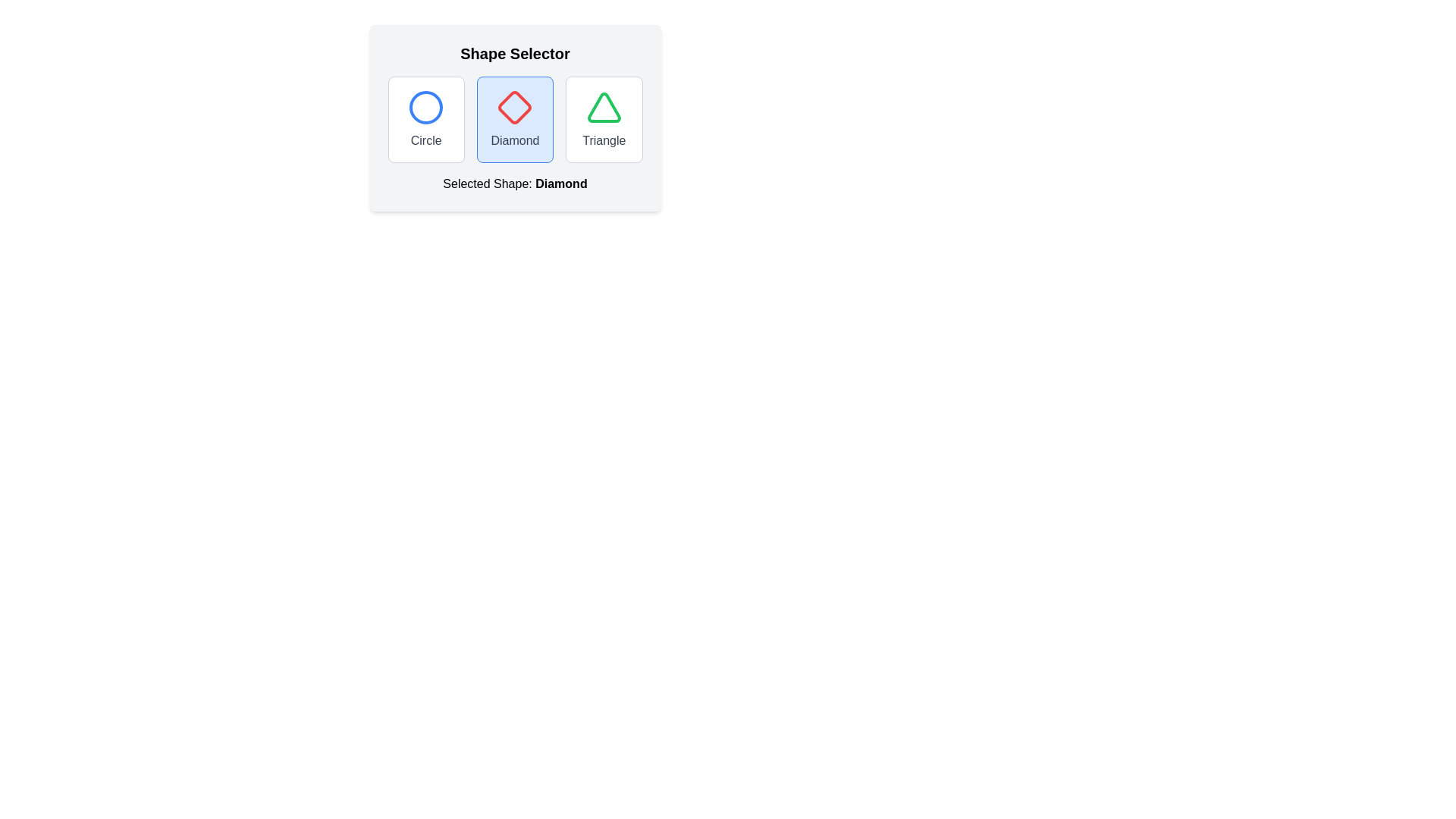 The width and height of the screenshot is (1456, 819). Describe the element at coordinates (560, 183) in the screenshot. I see `the text label that displays the currently selected shape, specifically the bolded 'Diamond' portion of the text in the shape selection UI` at that location.